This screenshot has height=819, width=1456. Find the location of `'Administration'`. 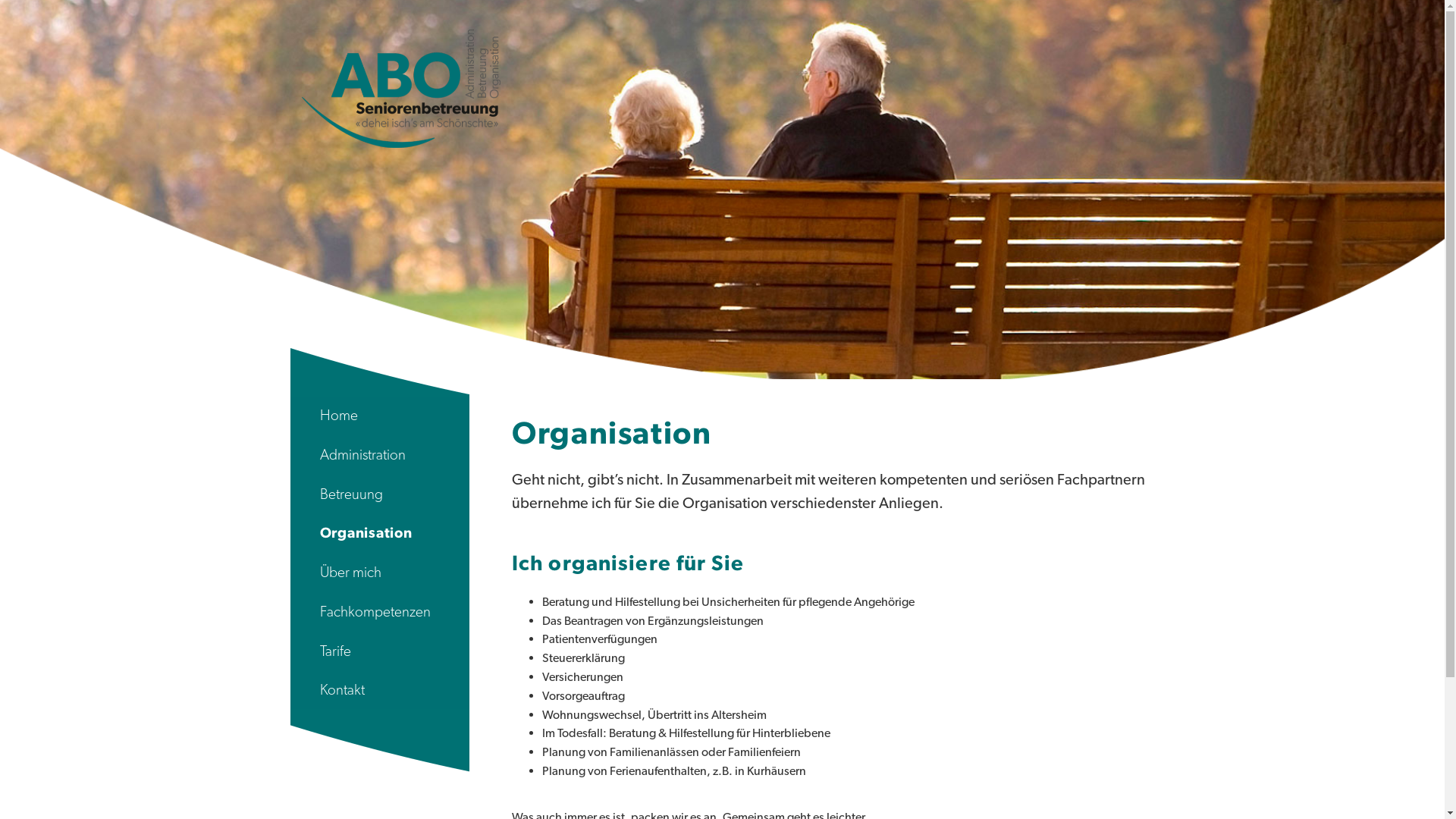

'Administration' is located at coordinates (378, 454).